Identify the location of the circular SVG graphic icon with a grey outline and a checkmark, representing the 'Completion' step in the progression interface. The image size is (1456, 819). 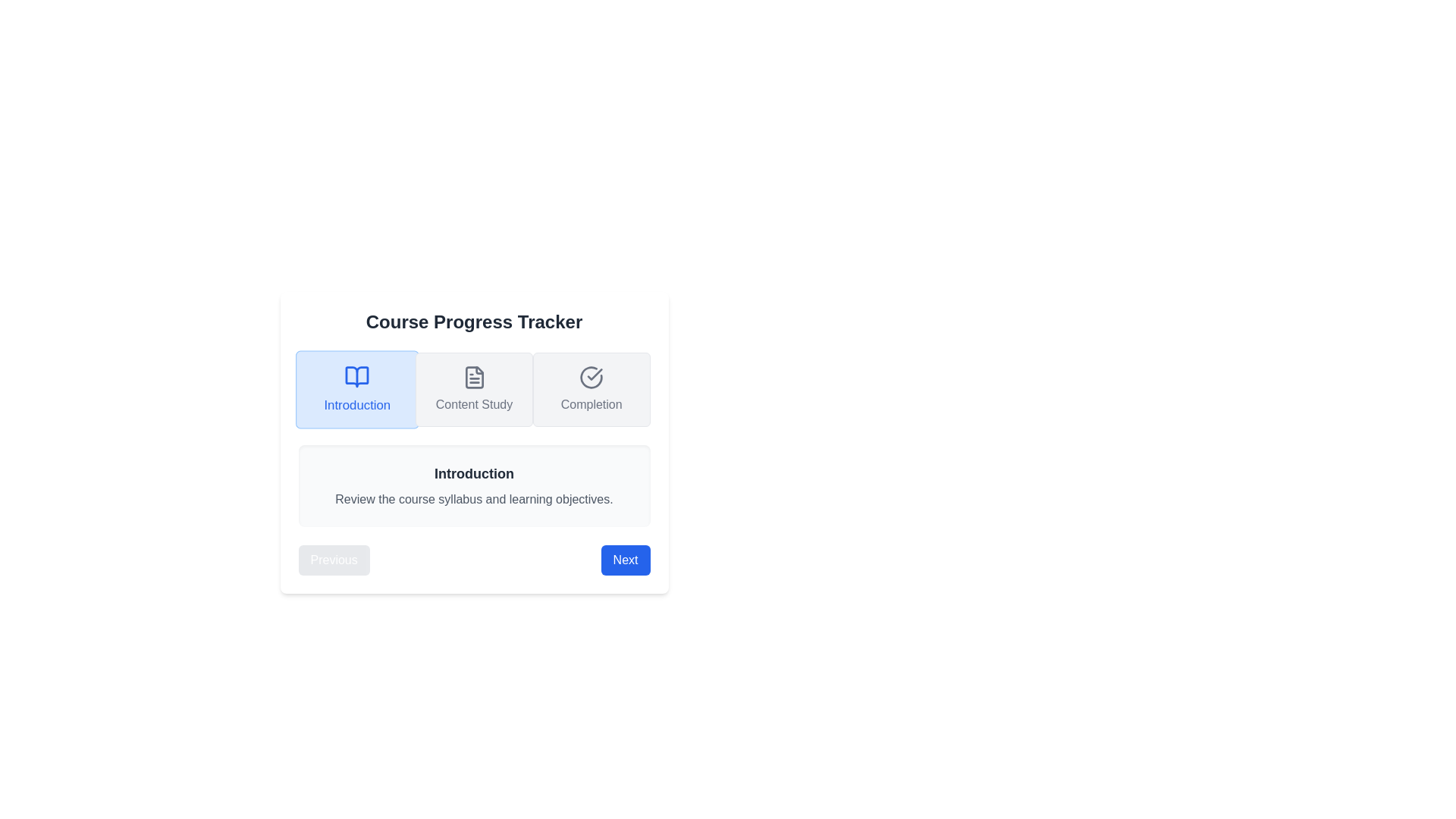
(591, 376).